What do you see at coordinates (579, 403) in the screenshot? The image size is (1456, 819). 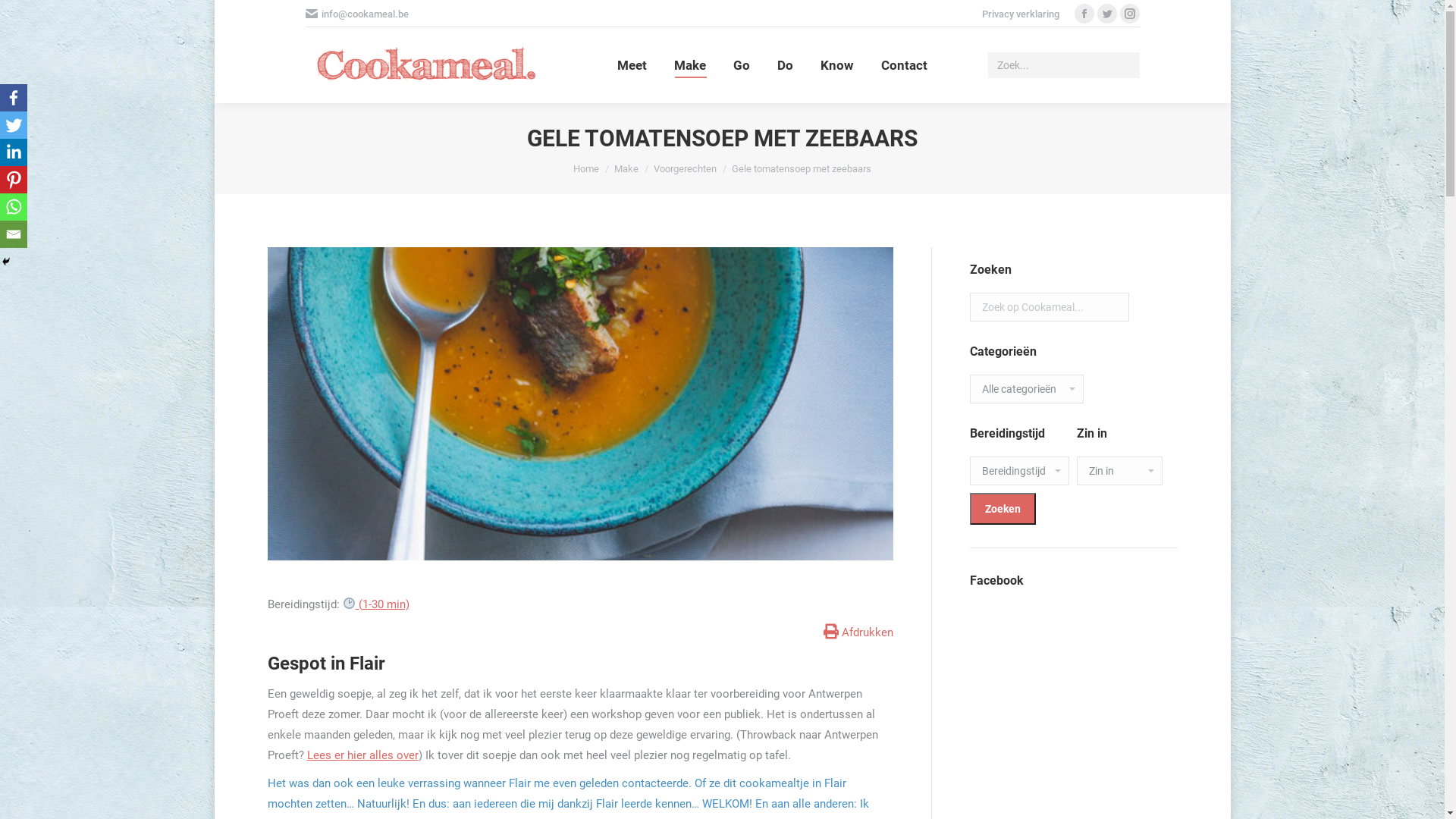 I see `'soepje-main'` at bounding box center [579, 403].